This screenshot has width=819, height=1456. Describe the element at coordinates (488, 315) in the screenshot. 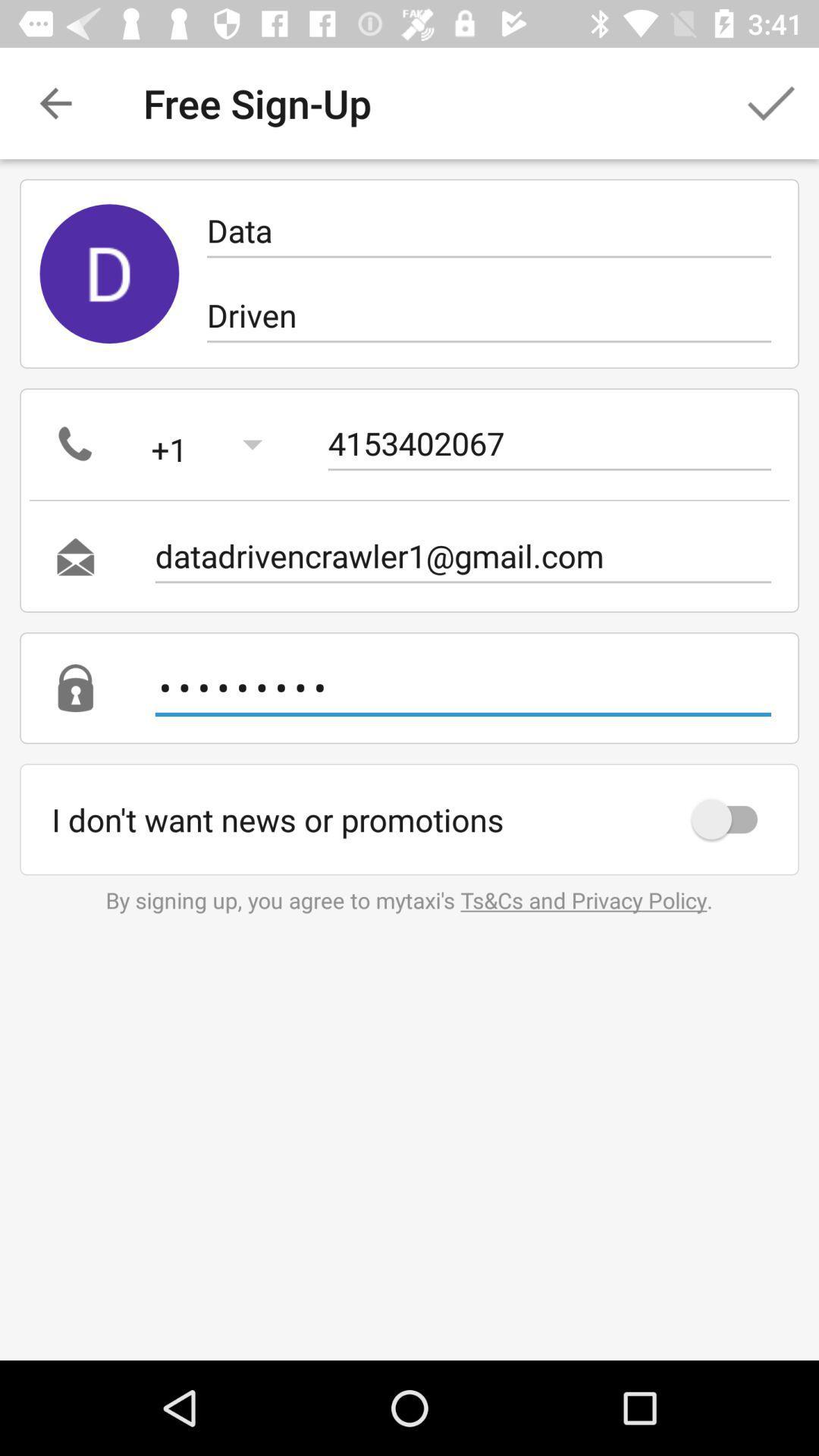

I see `the driven` at that location.